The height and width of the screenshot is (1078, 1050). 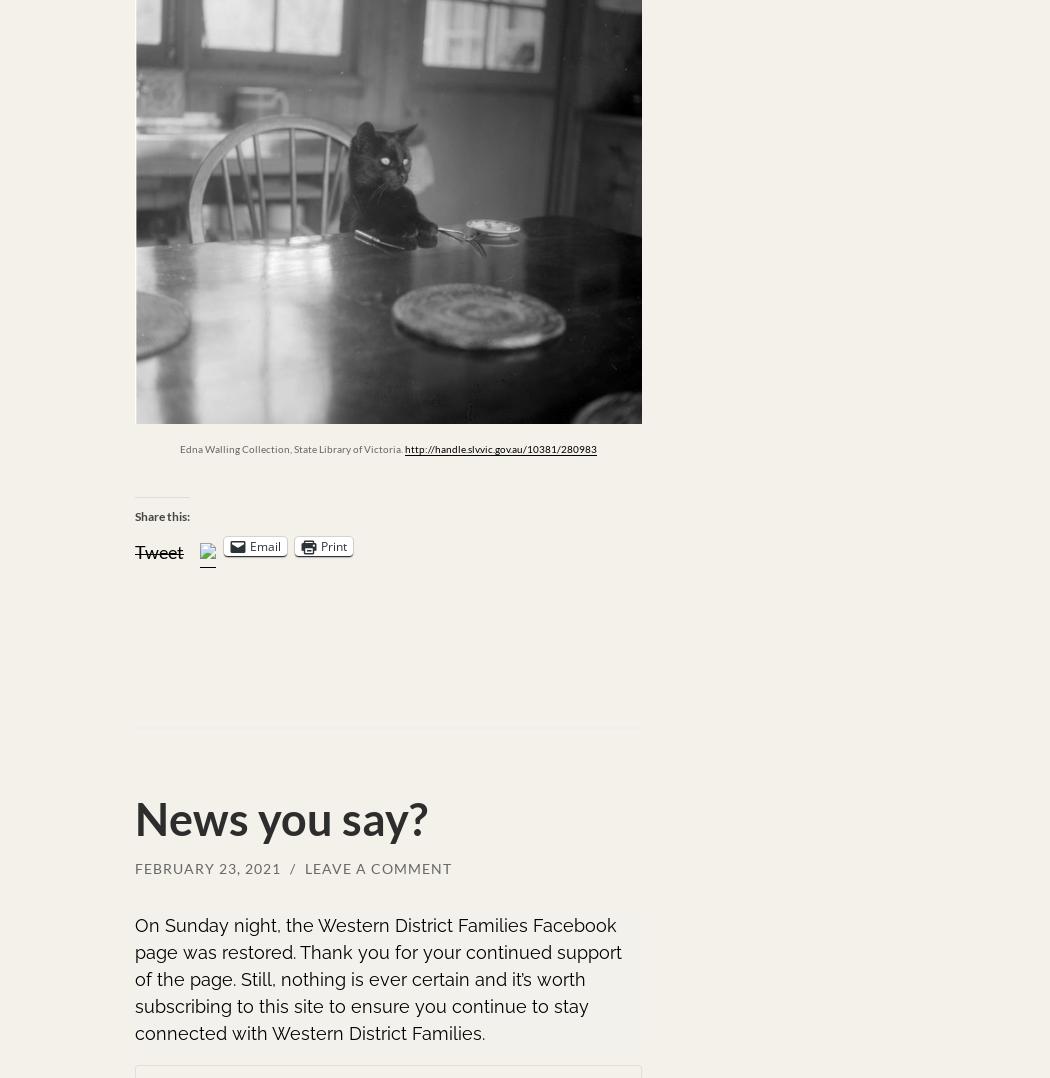 I want to click on 'Tweet', so click(x=159, y=549).